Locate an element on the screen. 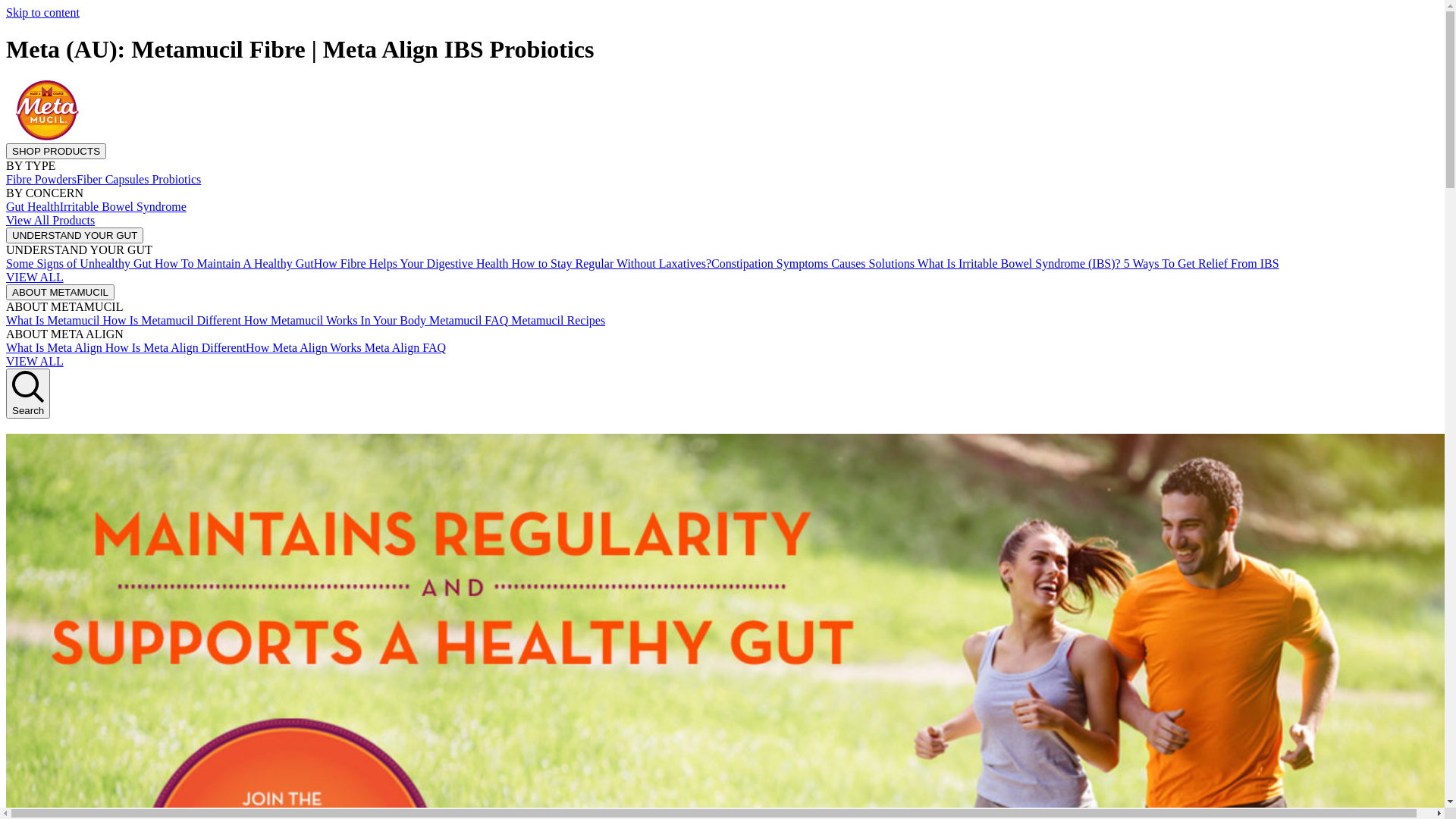 The image size is (1456, 819). 'ABOUT METAMUCIL' is located at coordinates (60, 291).